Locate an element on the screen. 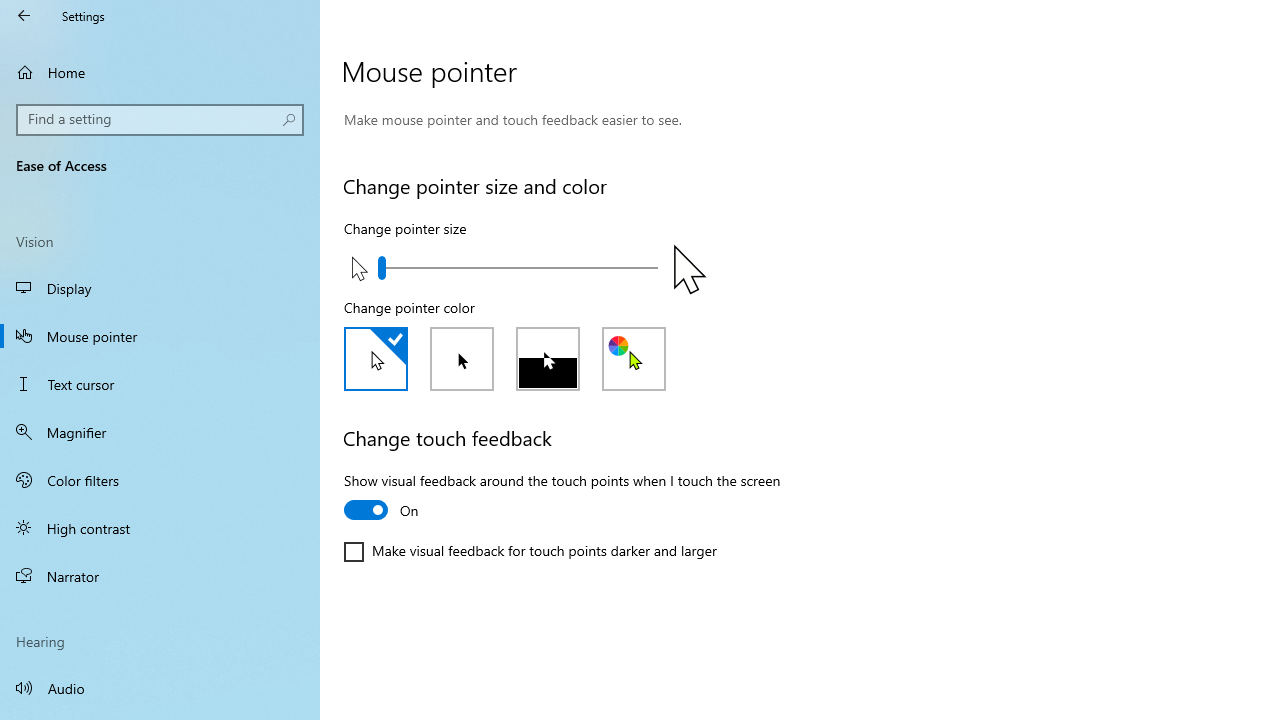  'Audio' is located at coordinates (160, 686).